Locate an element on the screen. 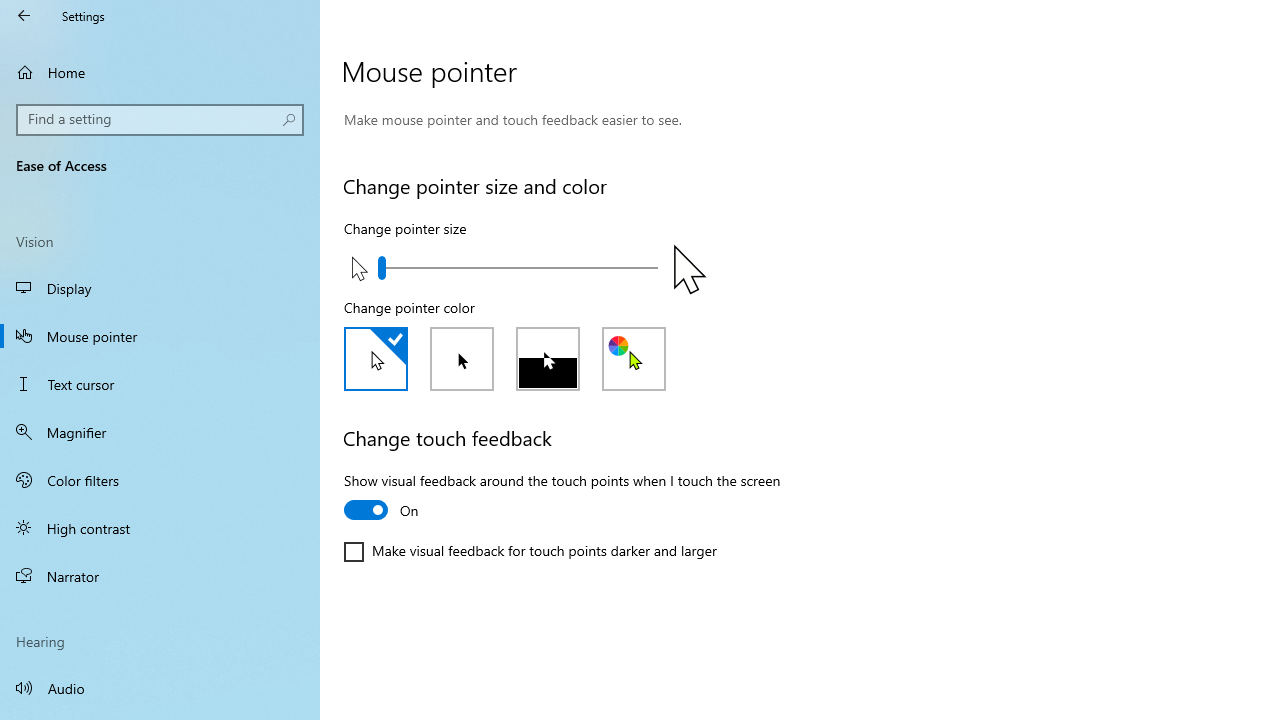  'Audio' is located at coordinates (160, 686).